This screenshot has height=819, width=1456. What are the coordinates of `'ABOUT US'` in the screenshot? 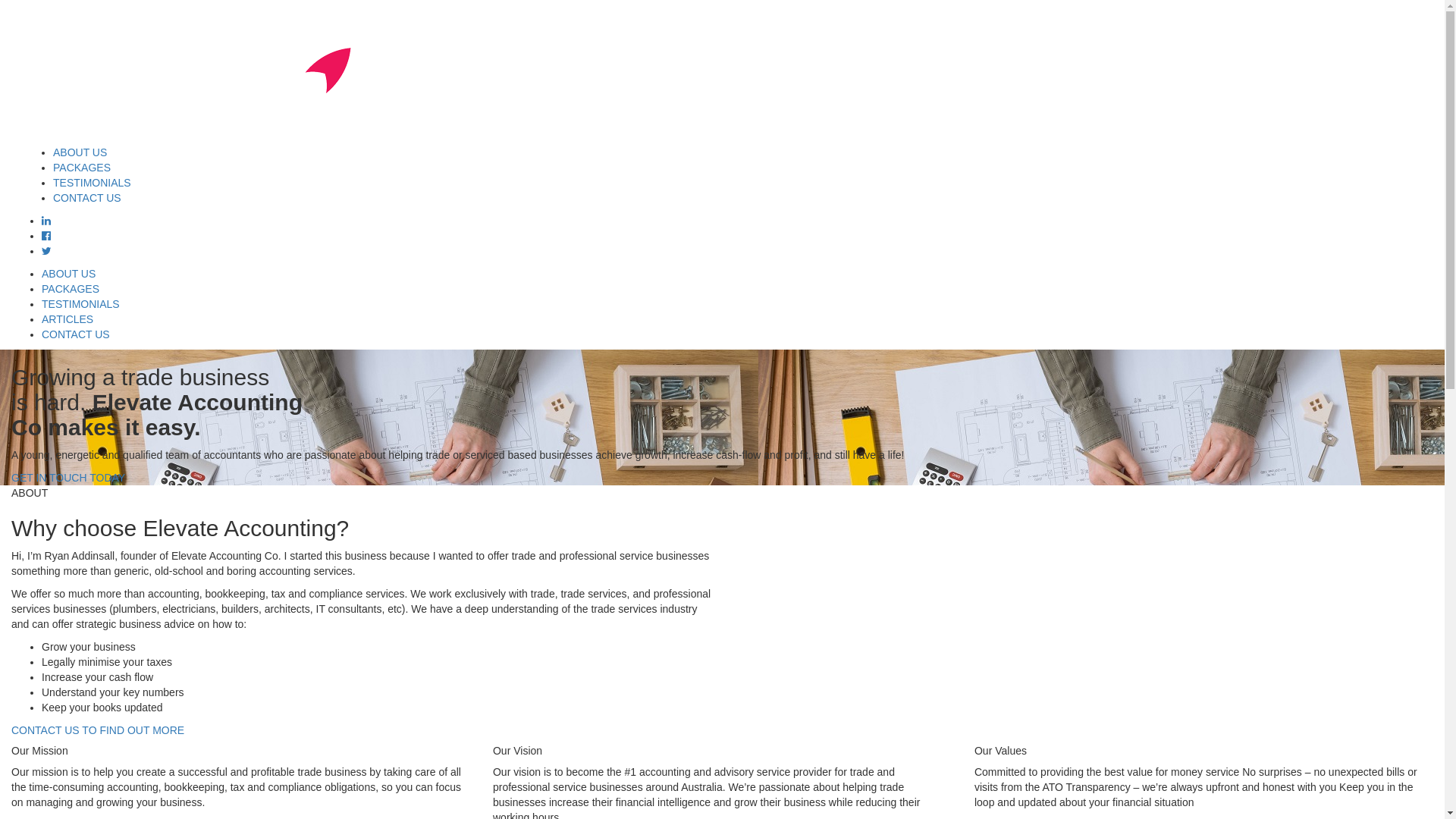 It's located at (41, 274).